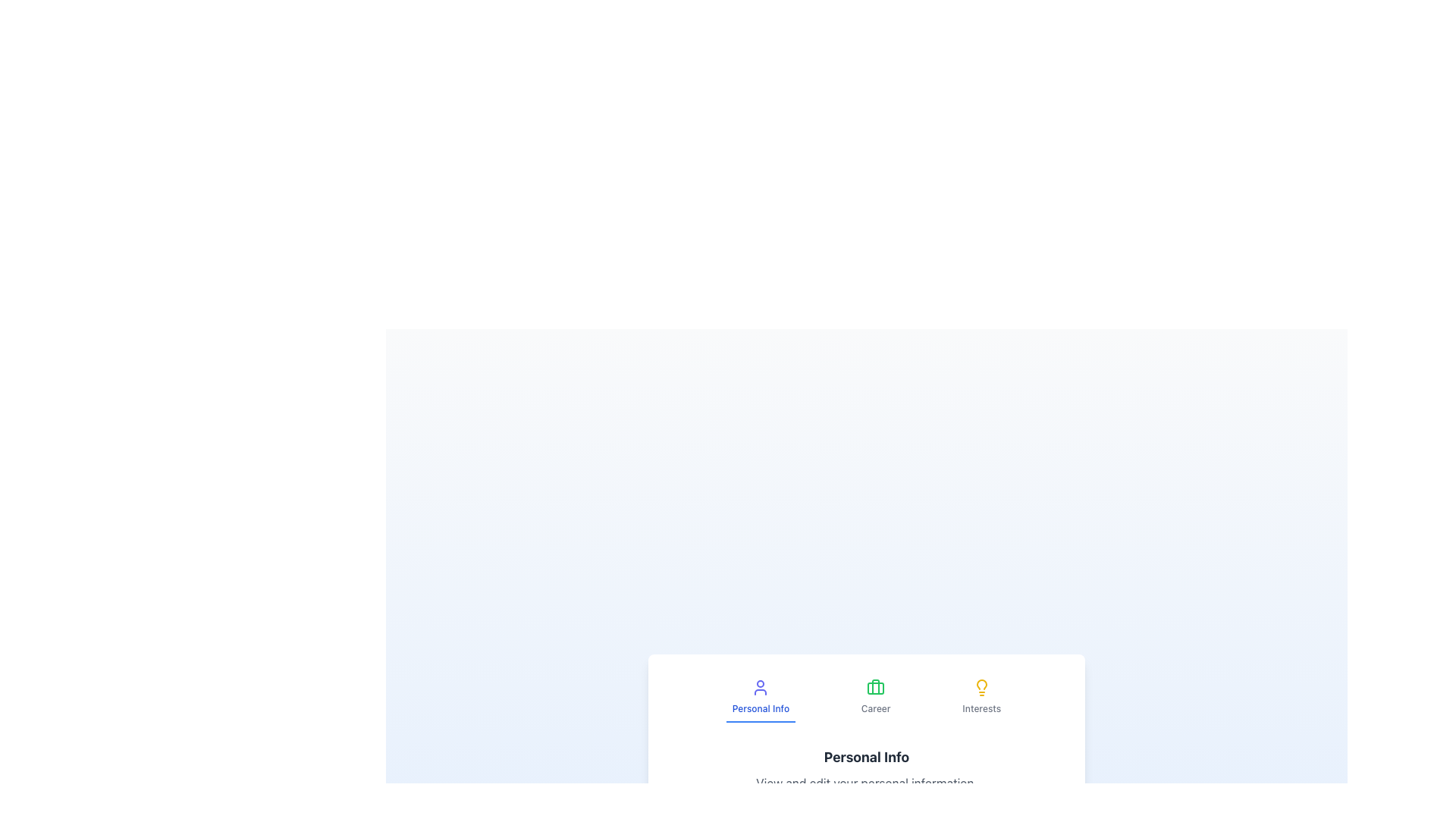  Describe the element at coordinates (876, 688) in the screenshot. I see `the briefcase icon in the navigation section` at that location.